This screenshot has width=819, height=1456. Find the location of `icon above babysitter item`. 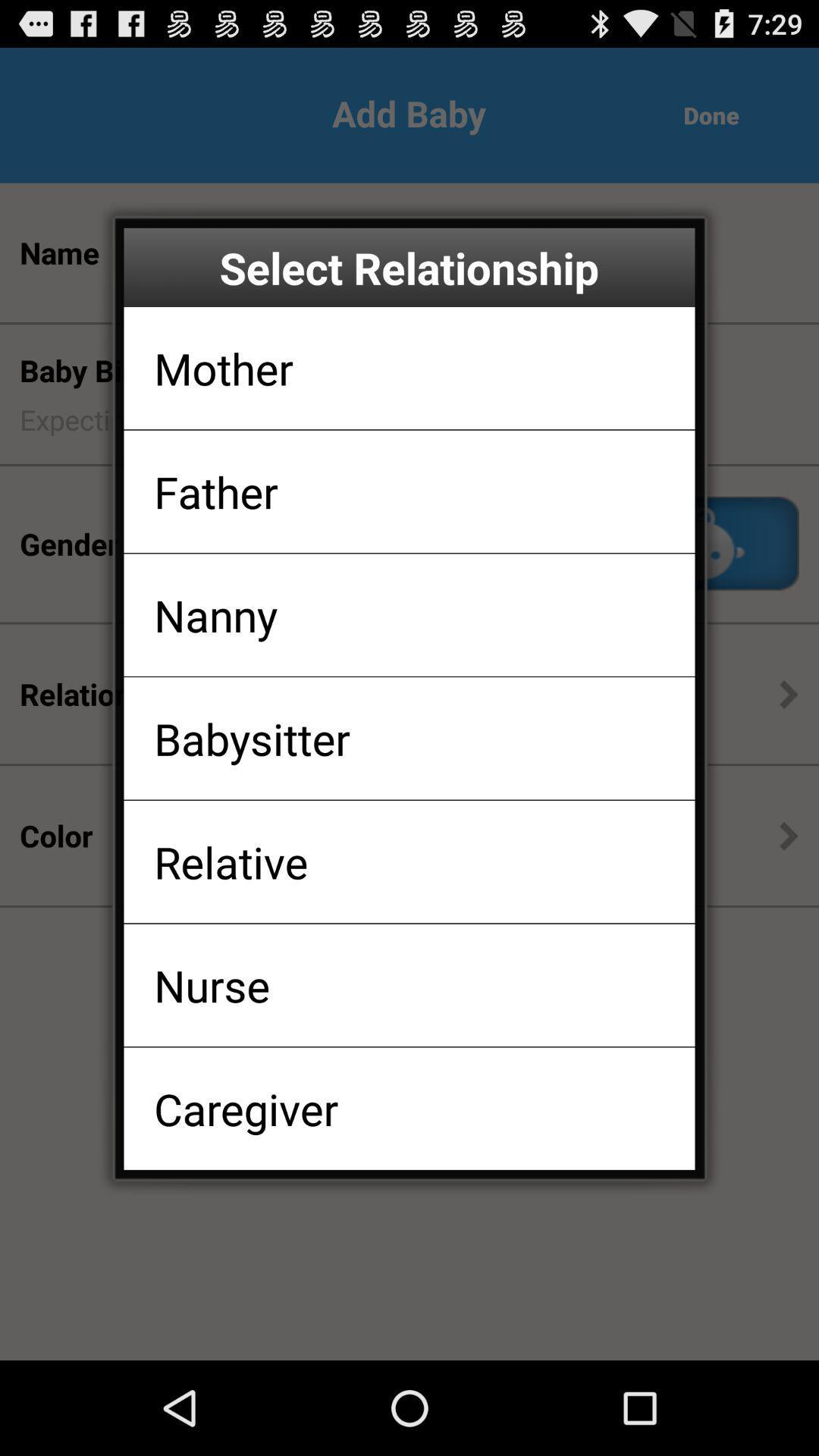

icon above babysitter item is located at coordinates (215, 615).